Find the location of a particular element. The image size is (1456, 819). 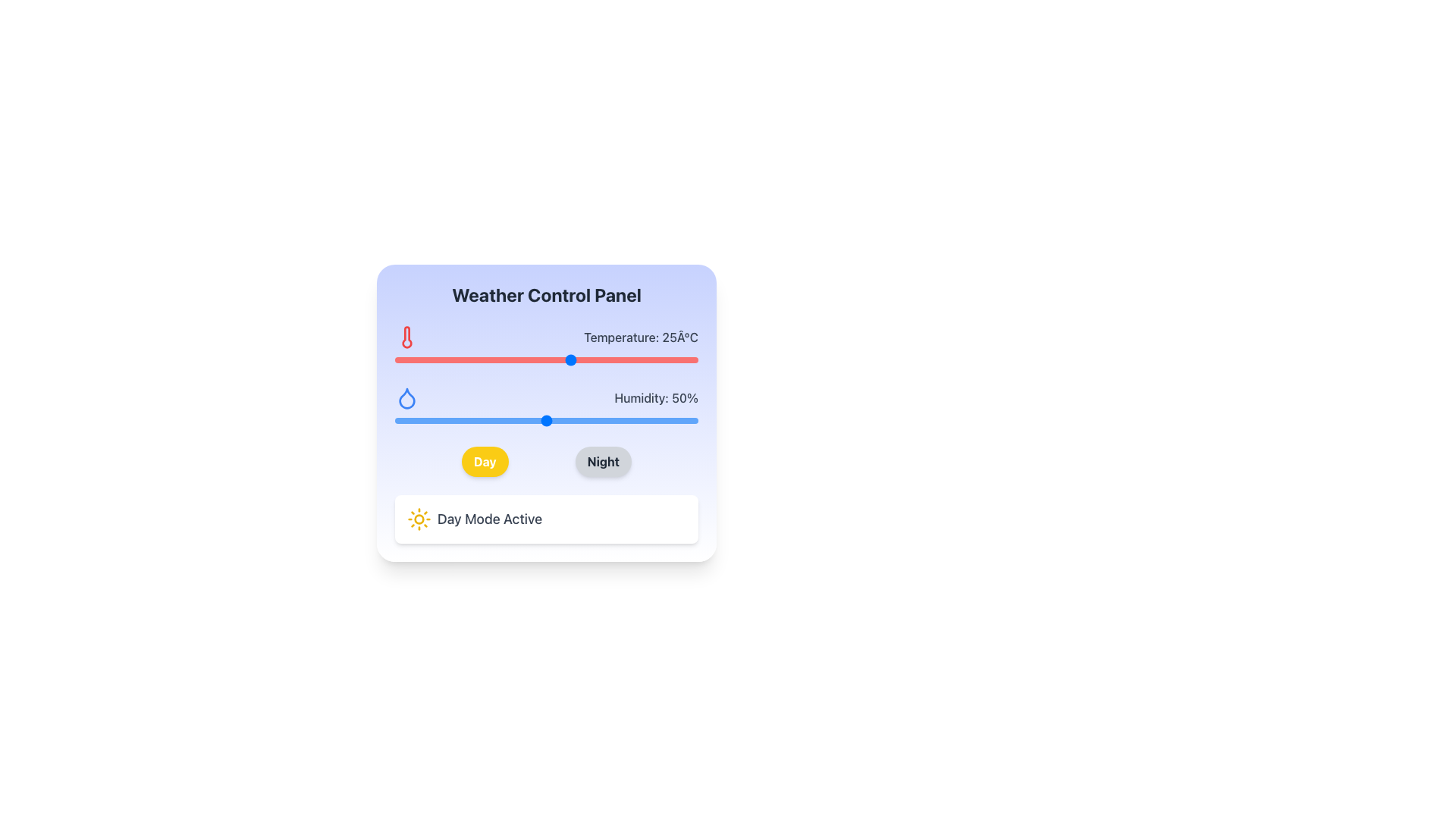

the humidity icon located in the weather control panel, situated below the 'Temperature: 25°C' segment and above the 'Day' and 'Night' buttons is located at coordinates (407, 397).